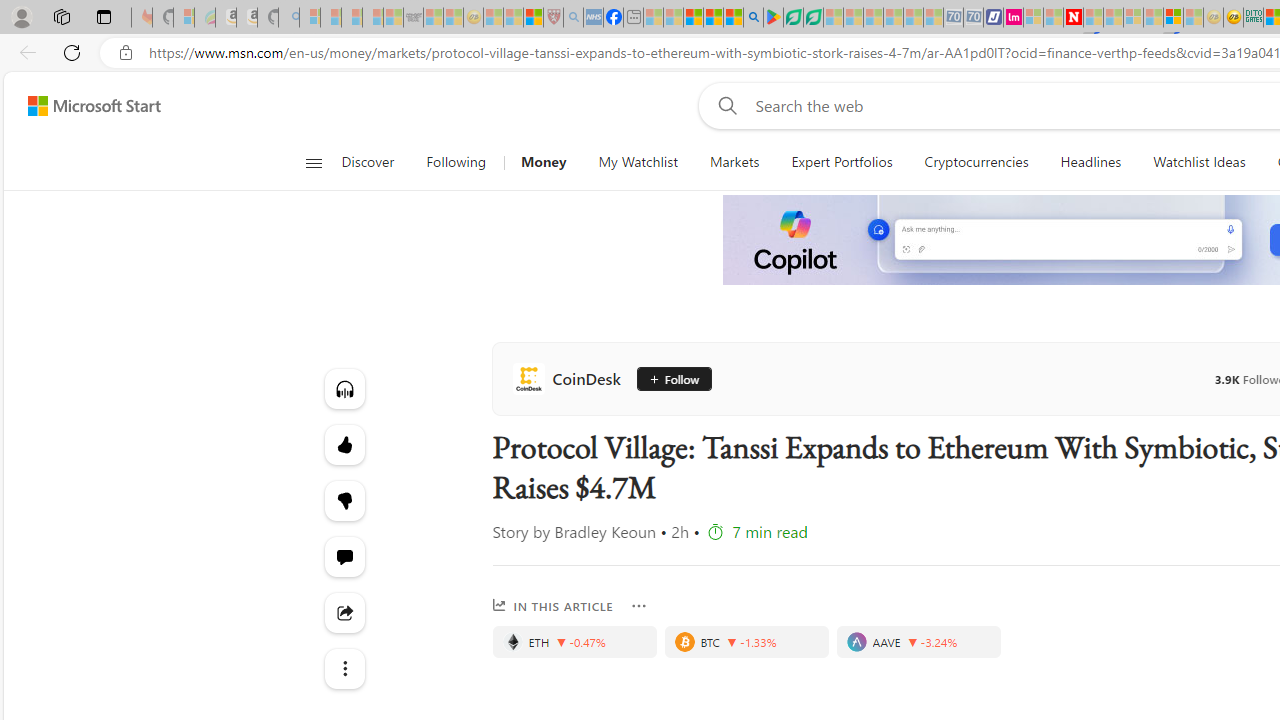 The image size is (1280, 720). Describe the element at coordinates (533, 17) in the screenshot. I see `'Local - MSN'` at that location.